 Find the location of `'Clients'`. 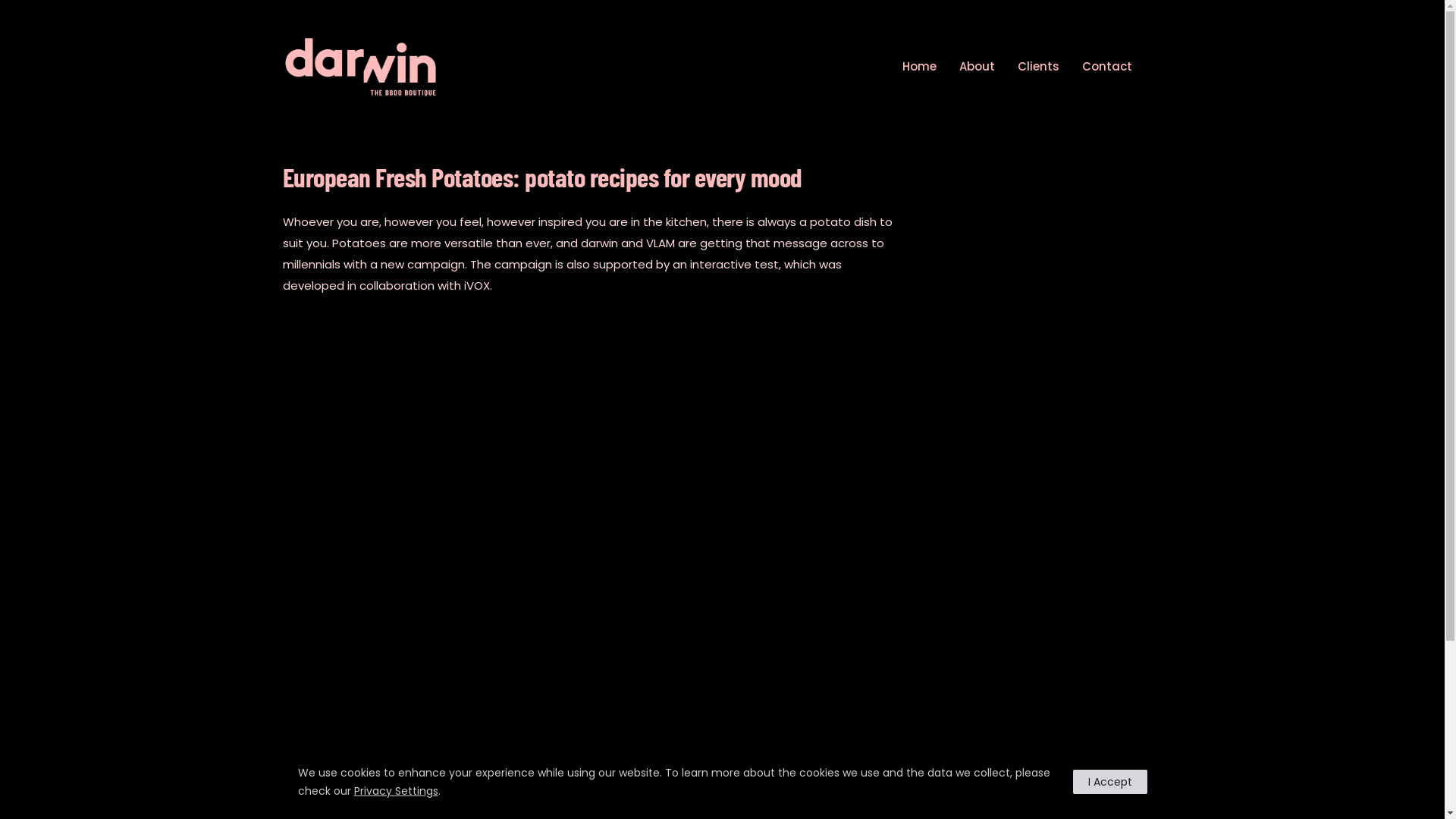

'Clients' is located at coordinates (1037, 65).